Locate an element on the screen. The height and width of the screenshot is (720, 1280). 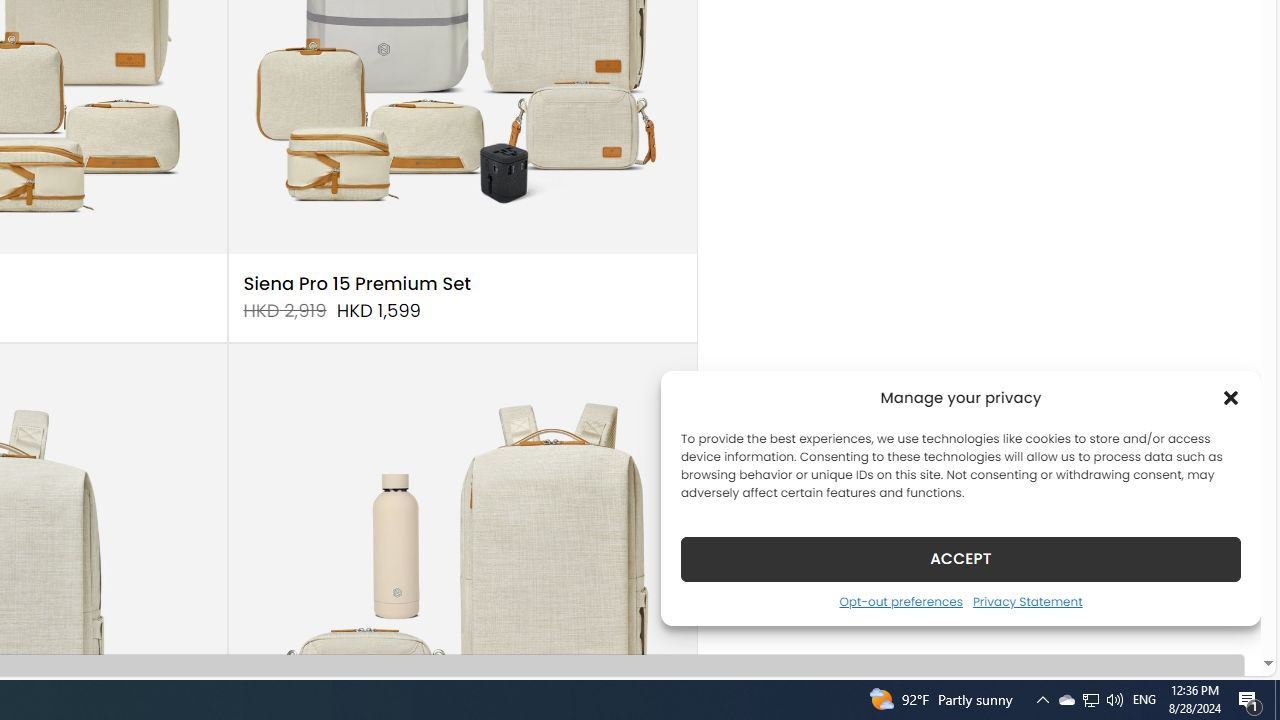
'Class: cmplz-close' is located at coordinates (1230, 397).